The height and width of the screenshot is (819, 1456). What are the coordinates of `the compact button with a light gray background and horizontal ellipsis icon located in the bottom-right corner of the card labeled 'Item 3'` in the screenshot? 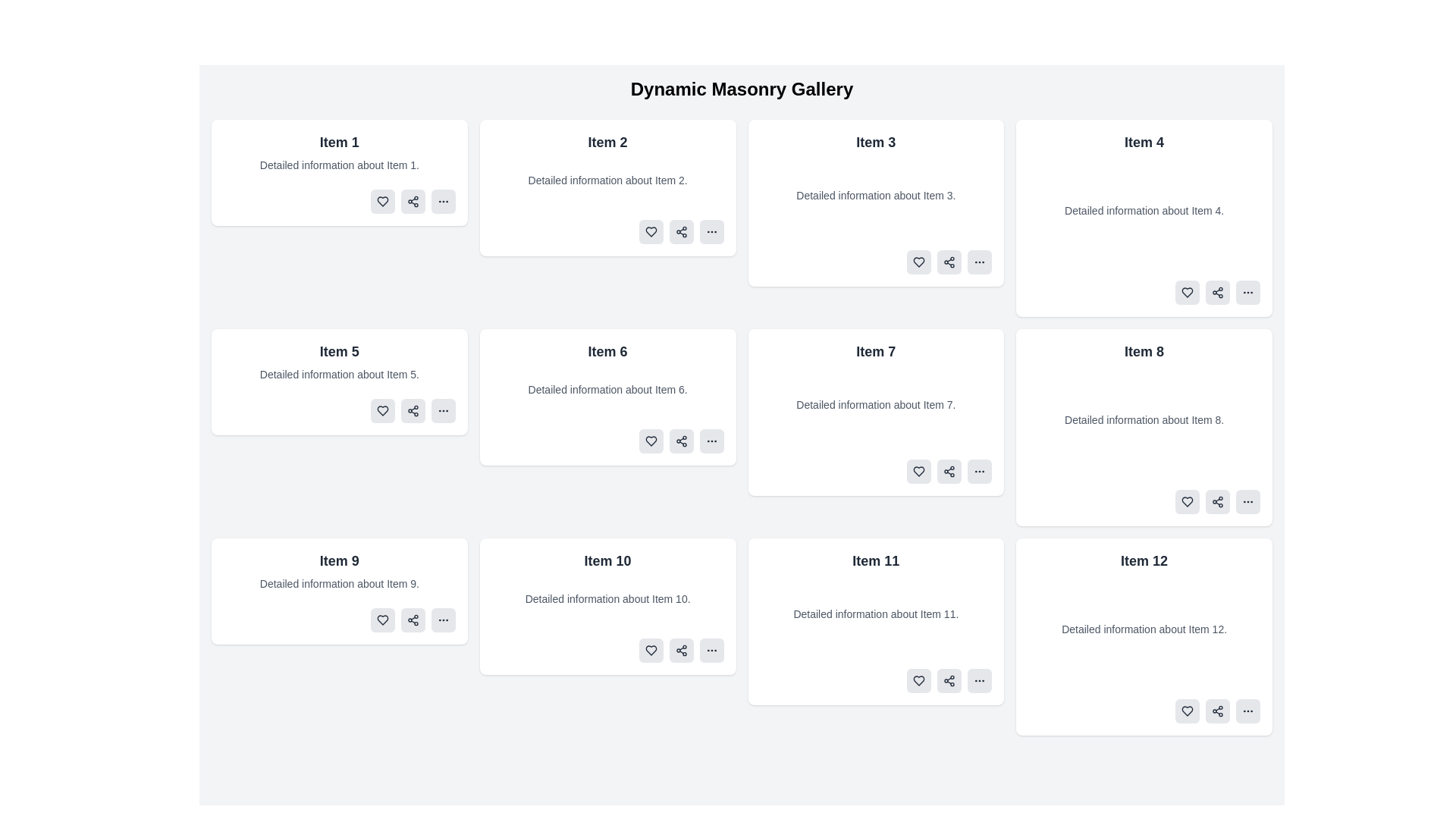 It's located at (980, 262).